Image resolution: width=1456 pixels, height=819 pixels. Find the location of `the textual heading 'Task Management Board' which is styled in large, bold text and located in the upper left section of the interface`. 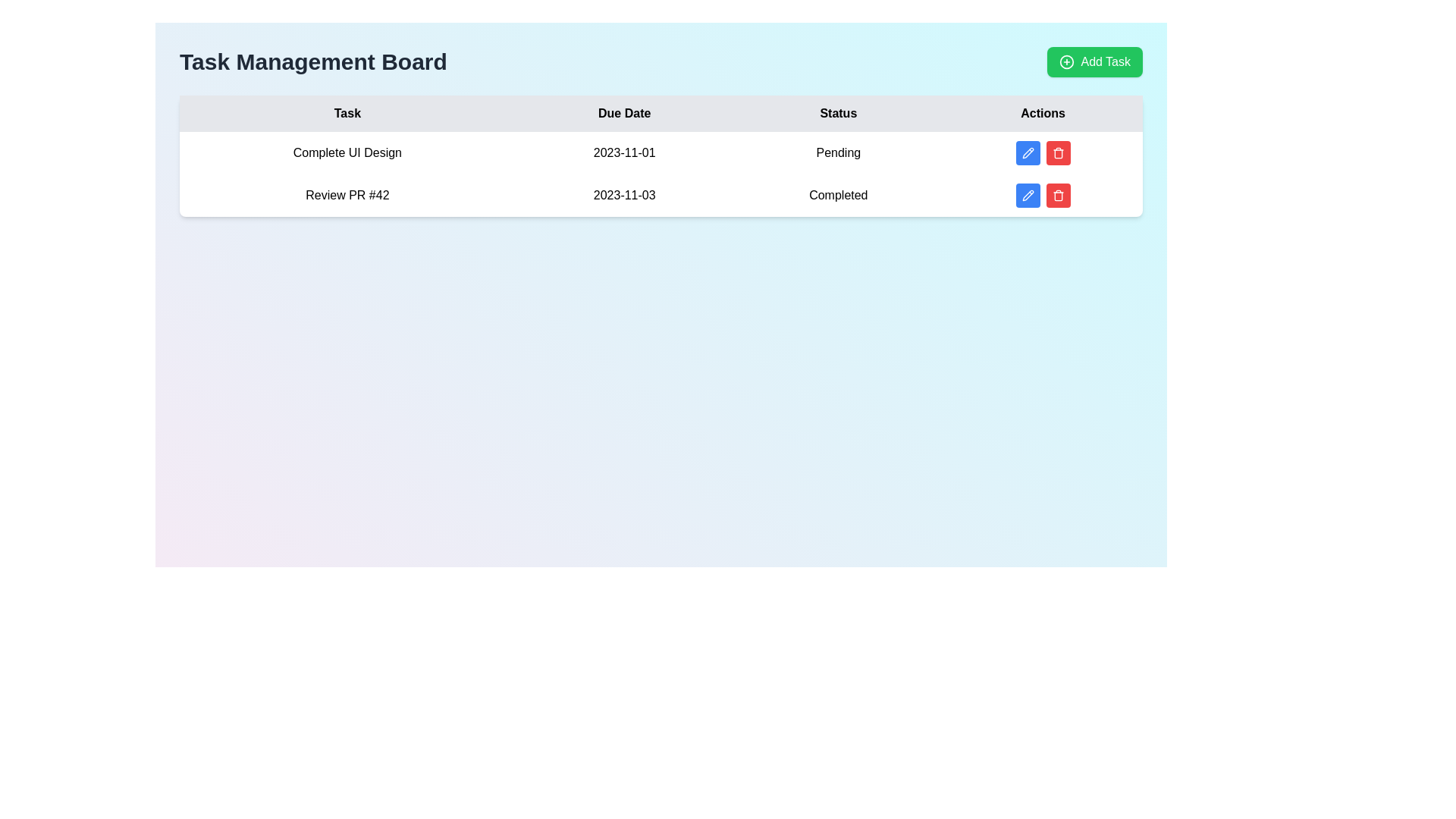

the textual heading 'Task Management Board' which is styled in large, bold text and located in the upper left section of the interface is located at coordinates (312, 61).